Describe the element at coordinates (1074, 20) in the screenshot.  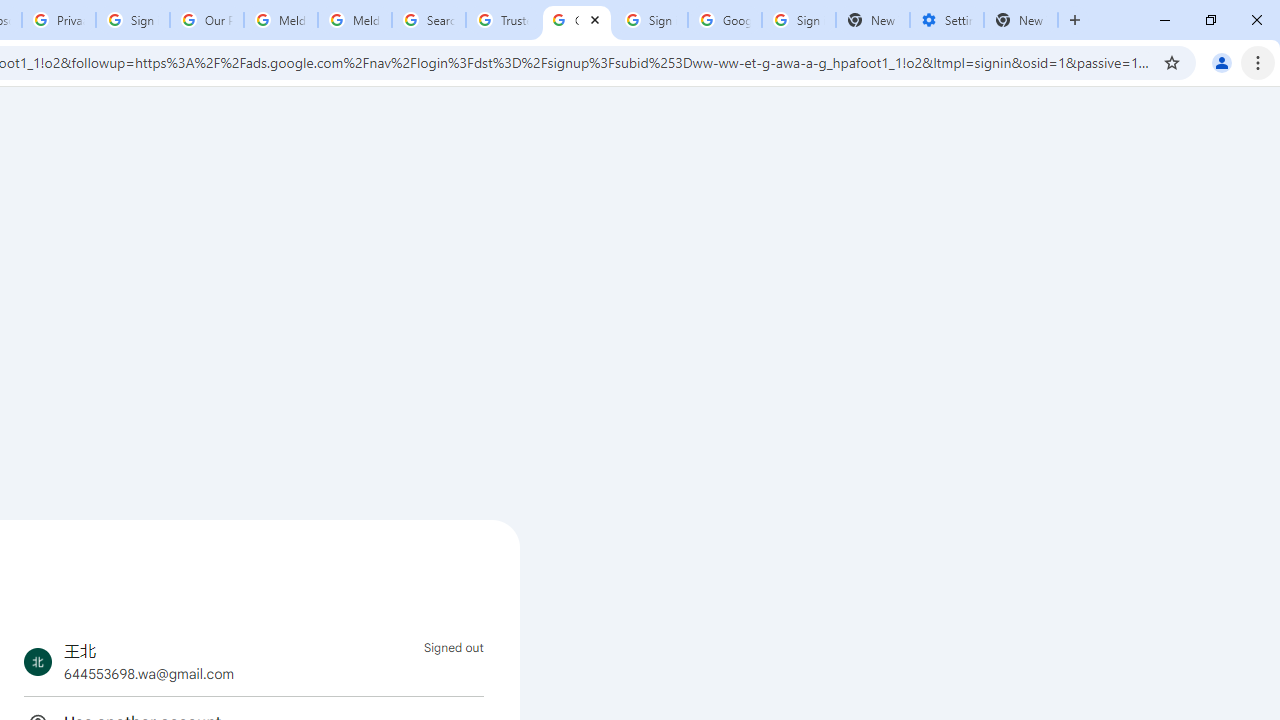
I see `'New Tab'` at that location.